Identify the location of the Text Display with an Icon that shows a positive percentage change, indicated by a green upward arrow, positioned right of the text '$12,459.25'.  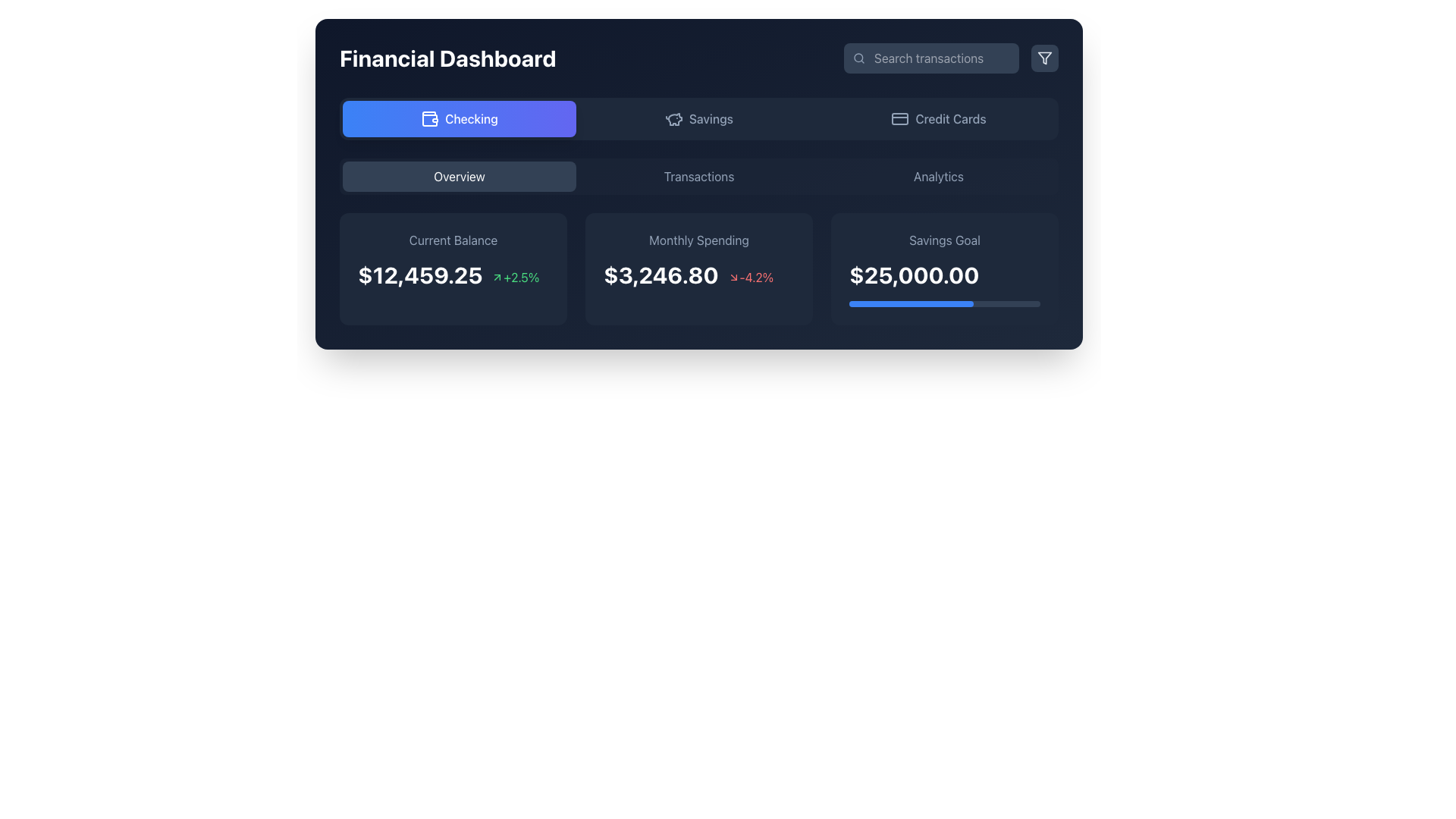
(515, 278).